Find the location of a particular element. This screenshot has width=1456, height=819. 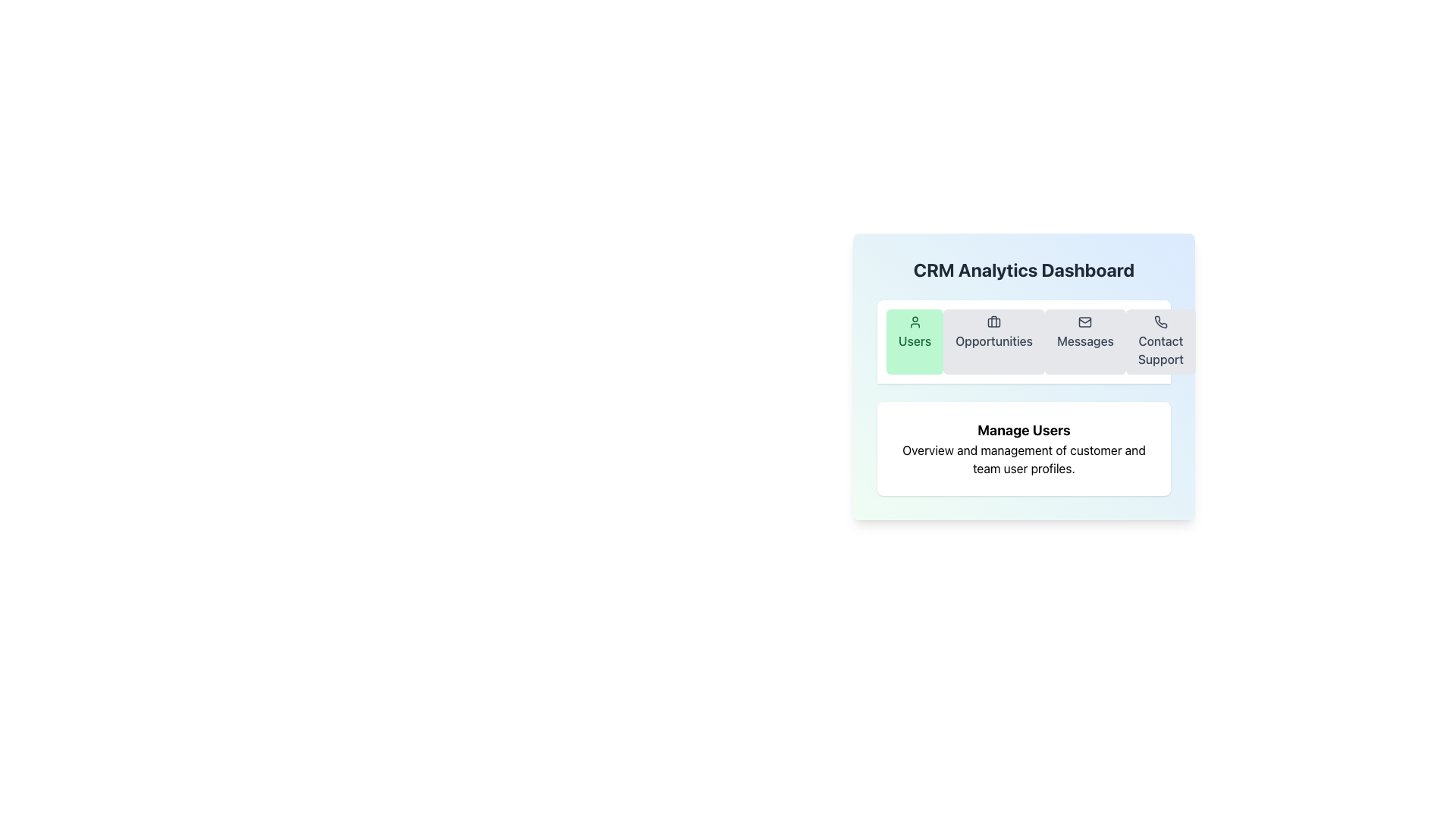

the informational text element that describes the user management feature, located beneath the 'Manage Users' heading is located at coordinates (1024, 458).